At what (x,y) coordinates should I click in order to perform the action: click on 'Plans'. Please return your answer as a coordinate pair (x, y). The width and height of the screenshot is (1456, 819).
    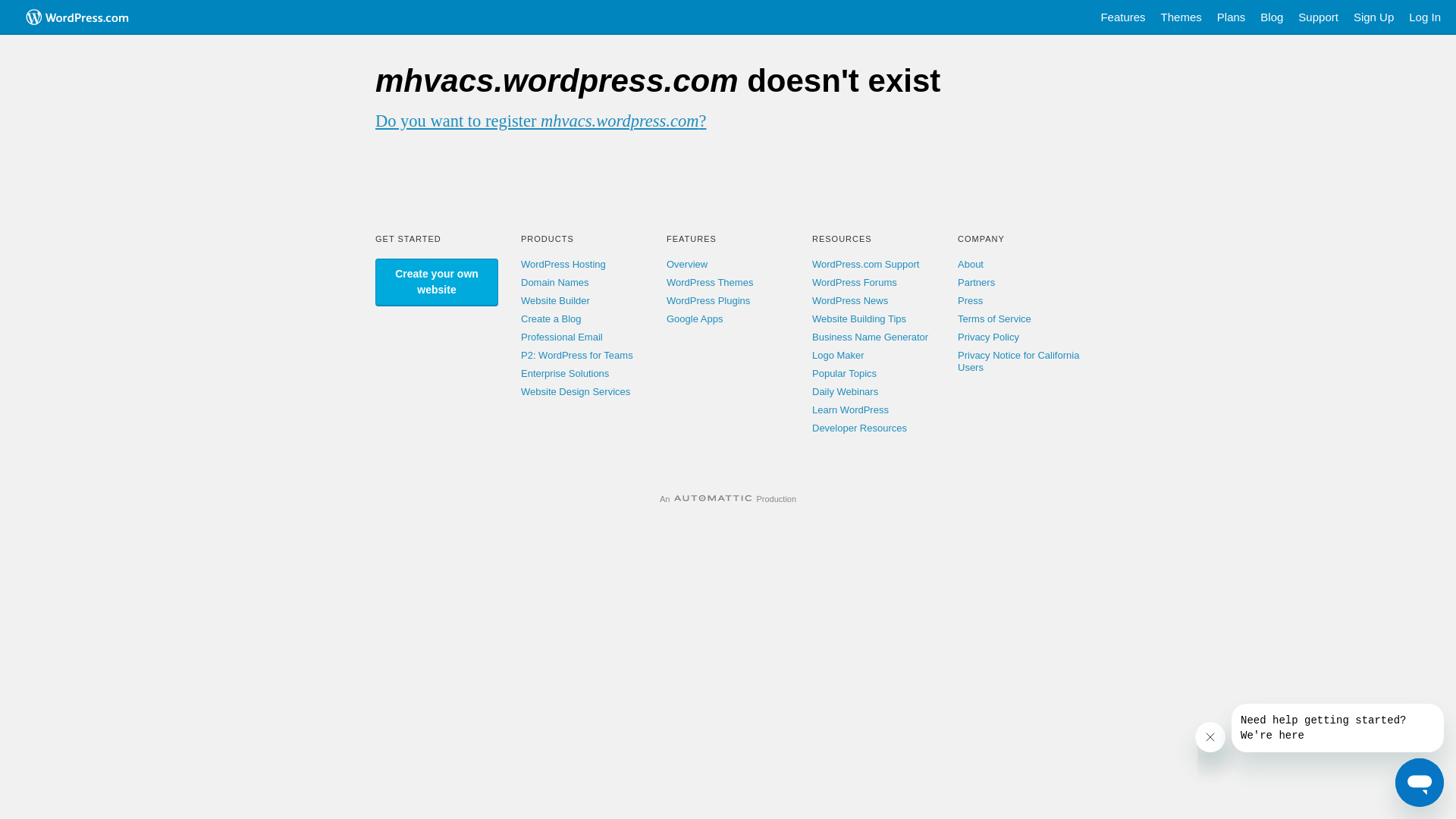
    Looking at the image, I should click on (1231, 17).